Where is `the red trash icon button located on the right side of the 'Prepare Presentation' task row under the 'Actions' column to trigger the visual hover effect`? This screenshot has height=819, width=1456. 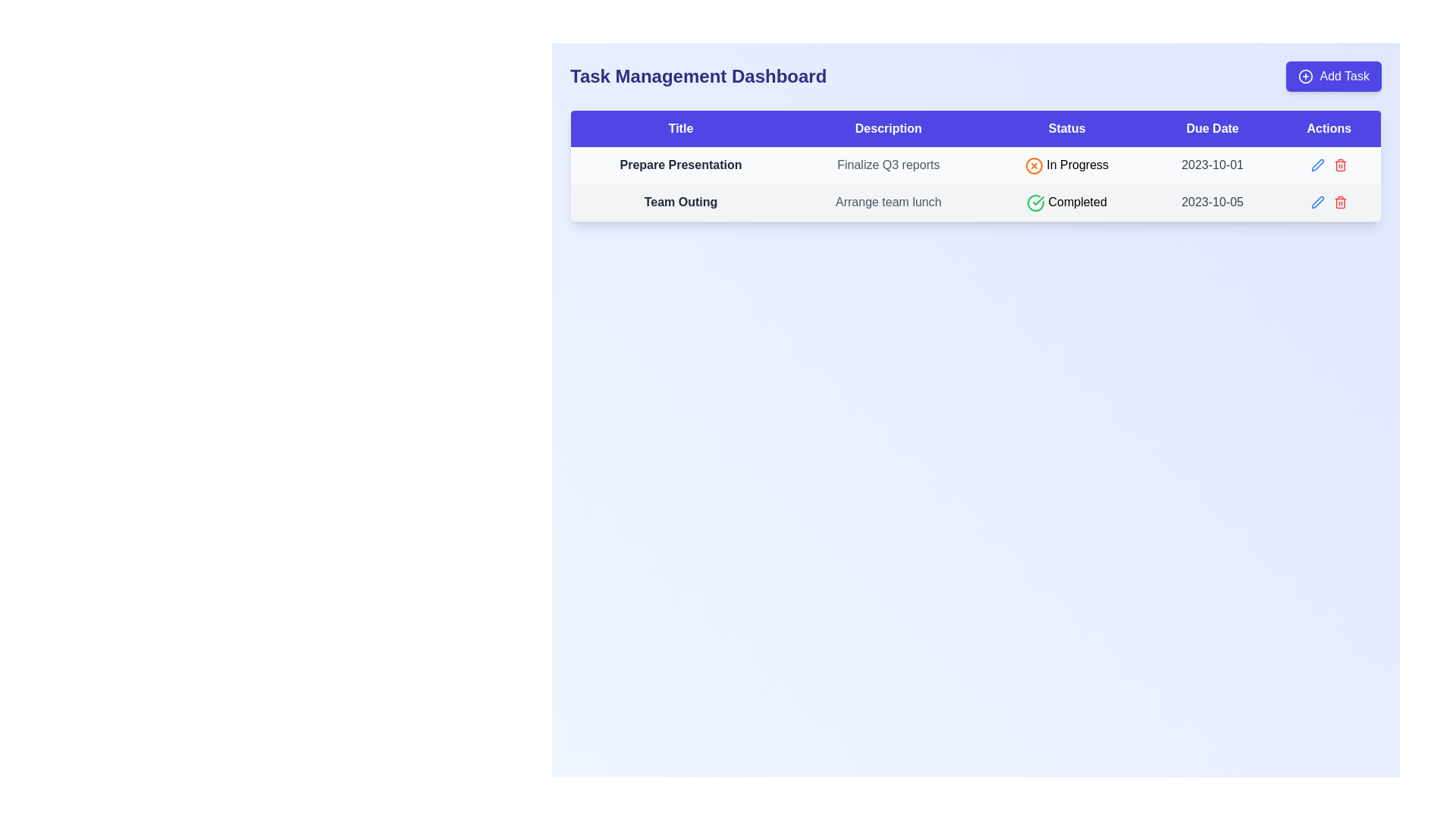 the red trash icon button located on the right side of the 'Prepare Presentation' task row under the 'Actions' column to trigger the visual hover effect is located at coordinates (1340, 202).